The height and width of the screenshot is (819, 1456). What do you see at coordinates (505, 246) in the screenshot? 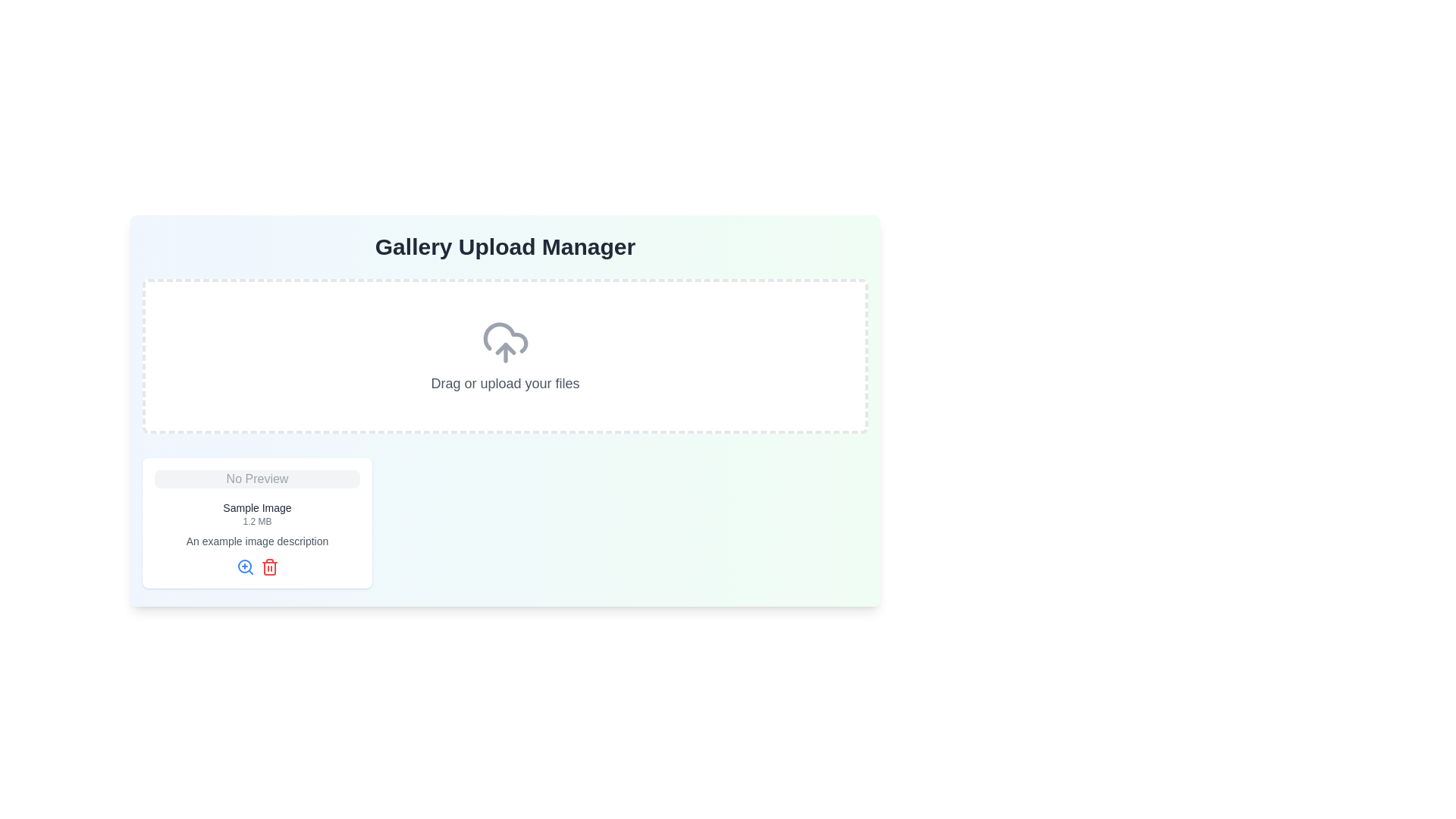
I see `header text 'Gallery Upload Manager' which is prominently displayed at the top center of the section` at bounding box center [505, 246].